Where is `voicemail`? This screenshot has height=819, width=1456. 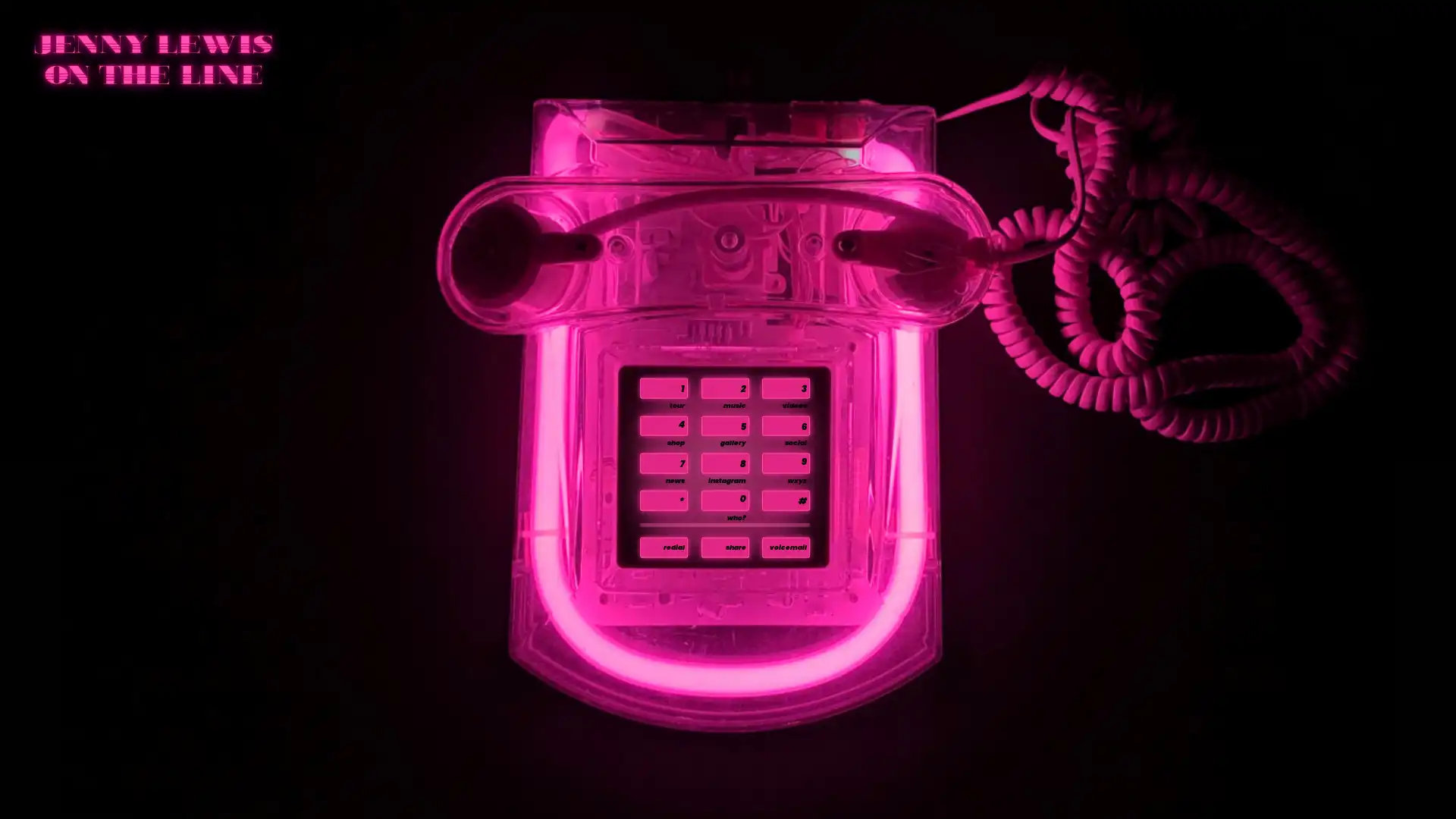
voicemail is located at coordinates (785, 547).